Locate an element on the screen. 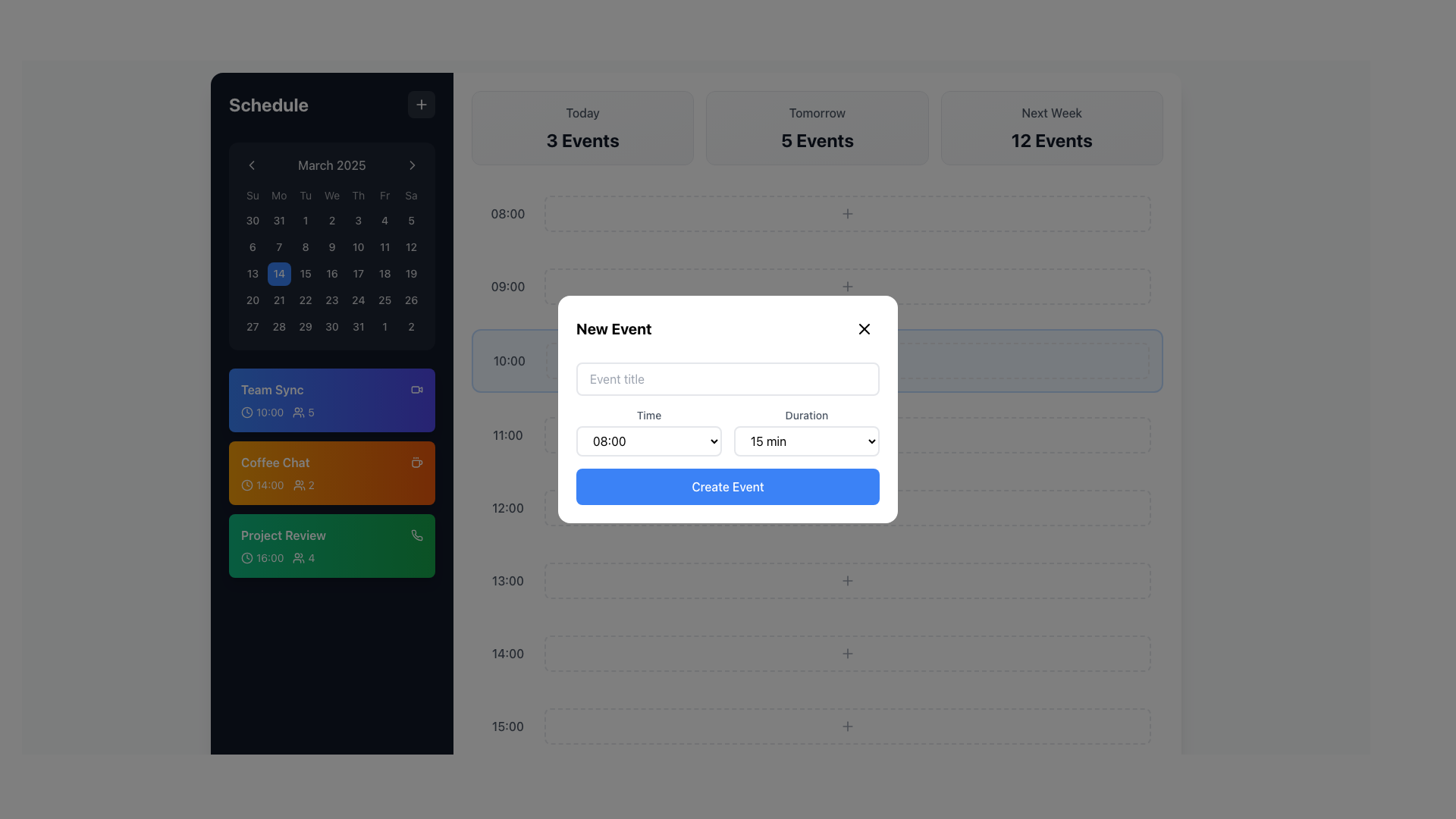 The height and width of the screenshot is (819, 1456). the interactive placeholder button for the 08:00 time block to create a new entry is located at coordinates (847, 213).